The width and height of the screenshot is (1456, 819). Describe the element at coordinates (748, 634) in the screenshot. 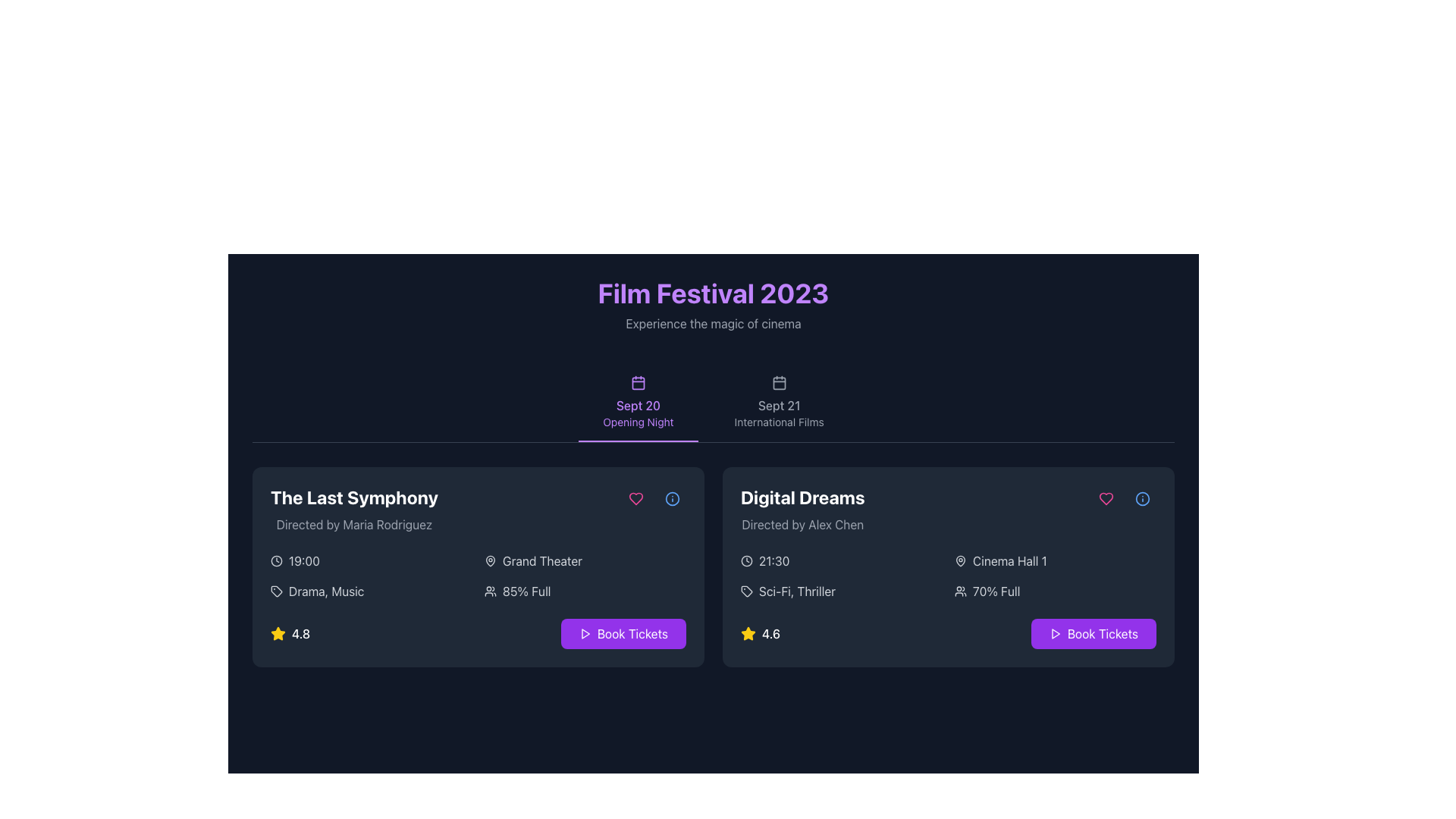

I see `the prominent yellow star icon located in the bottom-right section of the 'Digital Dreams' card` at that location.